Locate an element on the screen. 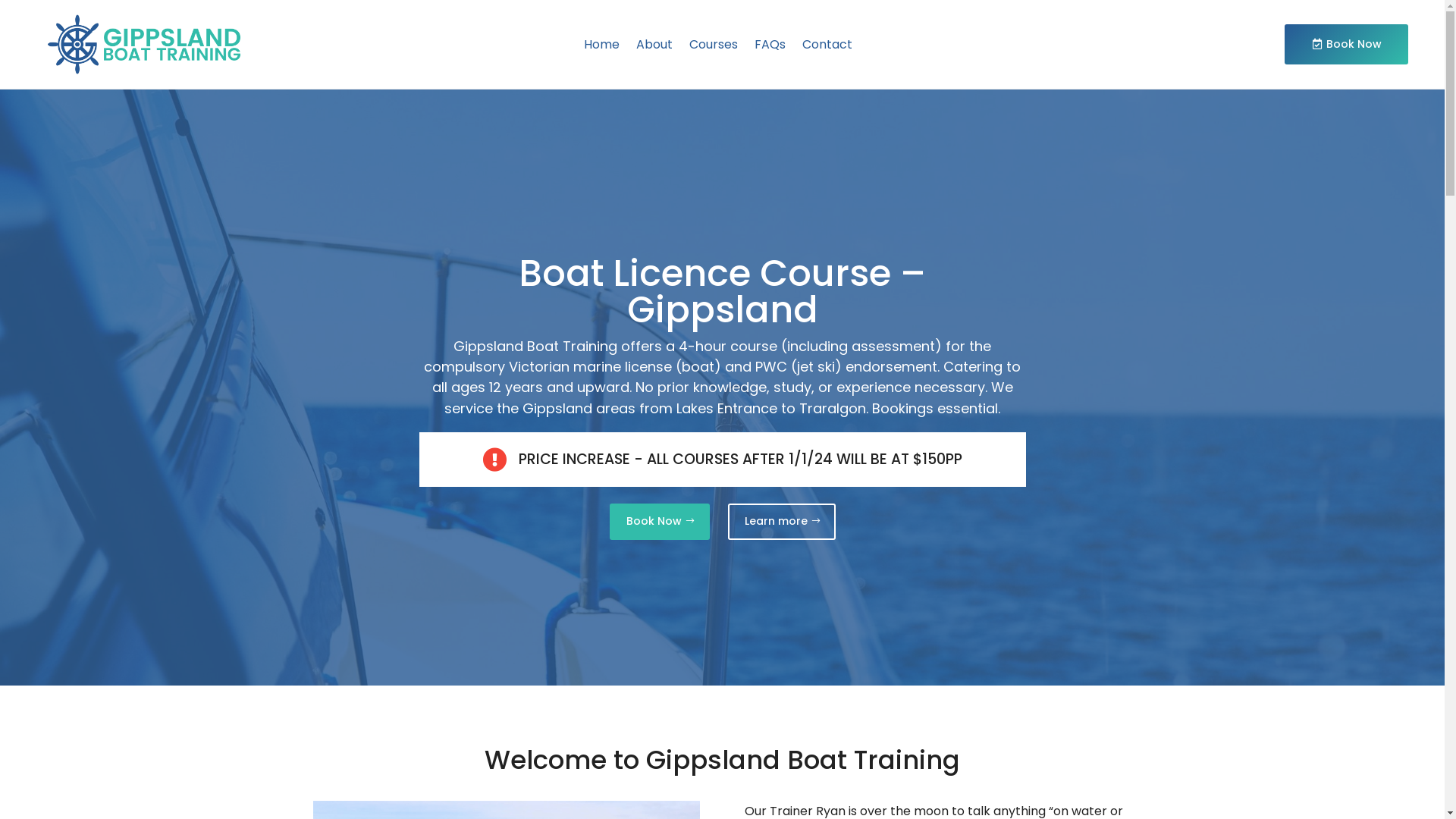  'About' is located at coordinates (654, 43).